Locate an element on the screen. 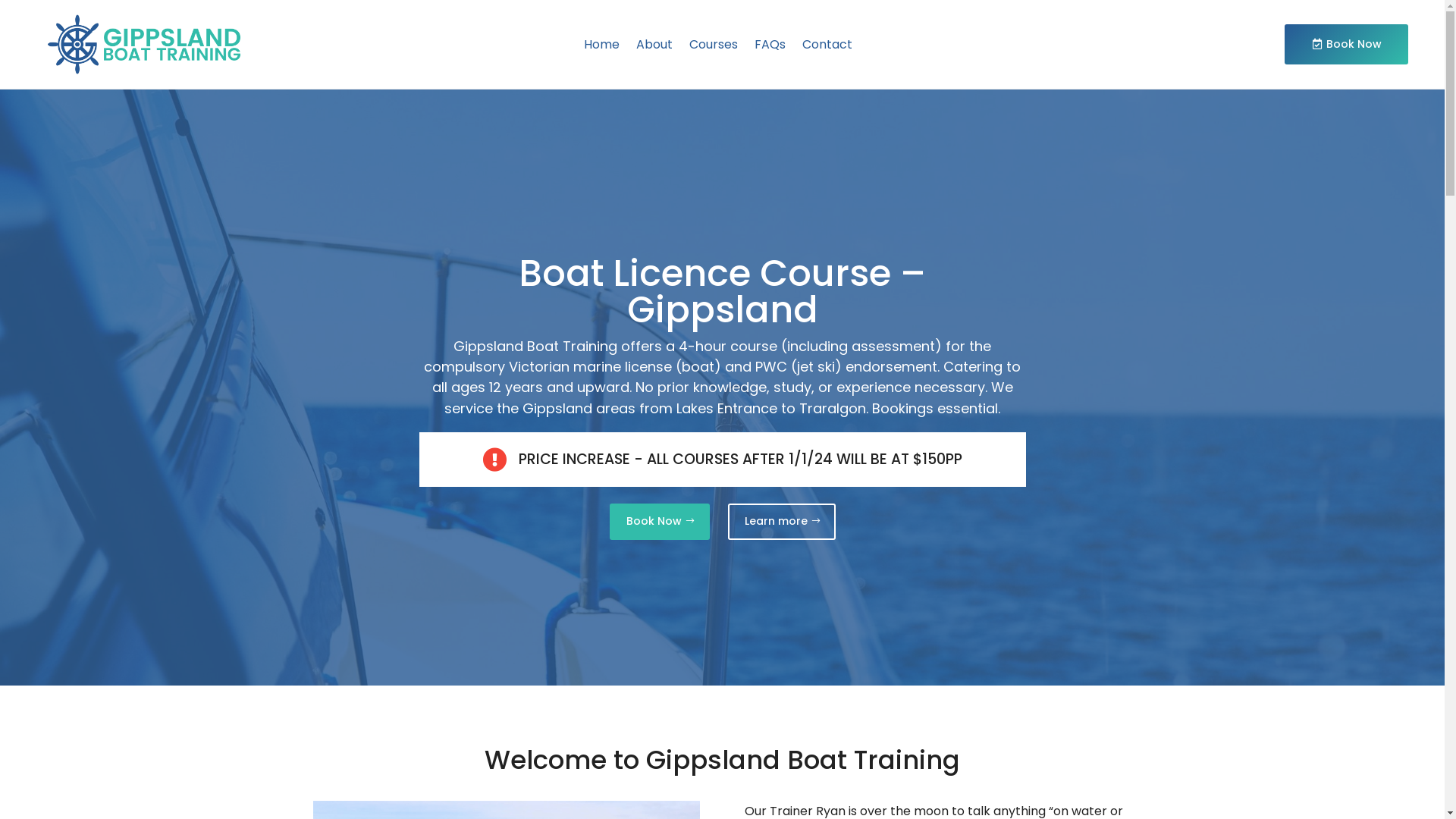  'About' is located at coordinates (654, 43).